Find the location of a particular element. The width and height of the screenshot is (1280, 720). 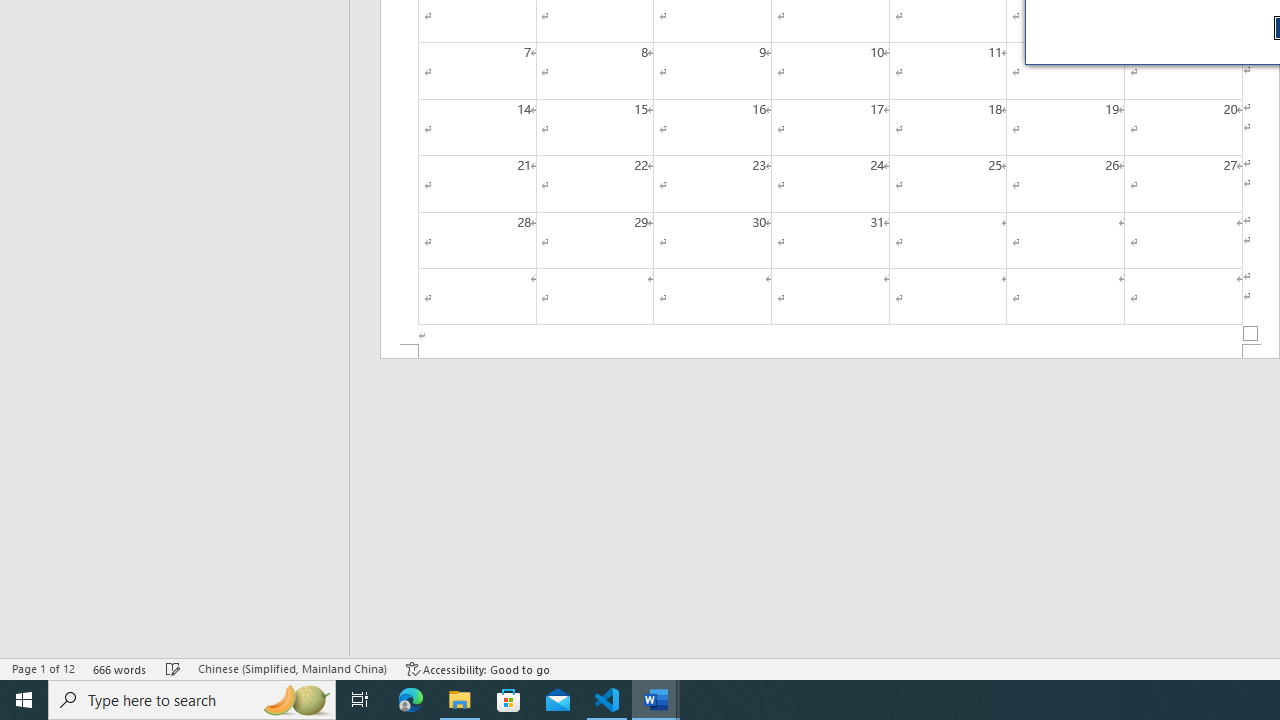

'Word - 2 running windows' is located at coordinates (656, 698).